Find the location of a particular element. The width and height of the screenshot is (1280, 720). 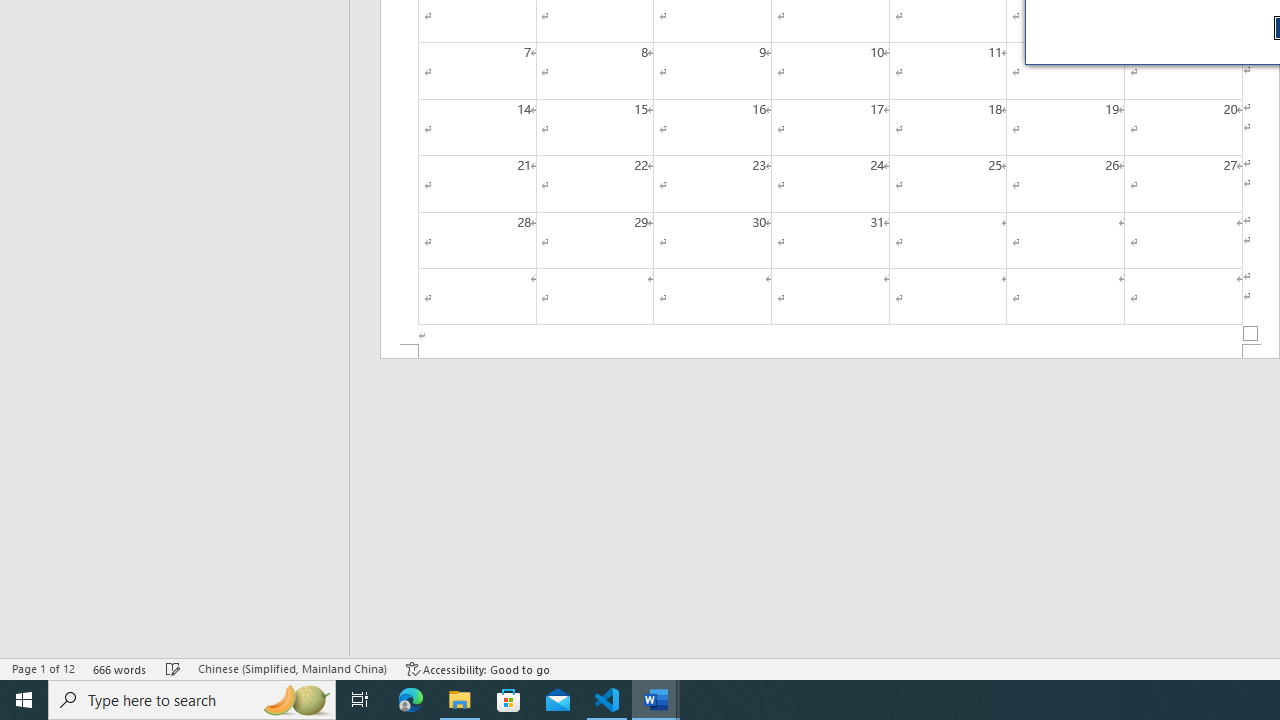

'Word - 2 running windows' is located at coordinates (656, 698).